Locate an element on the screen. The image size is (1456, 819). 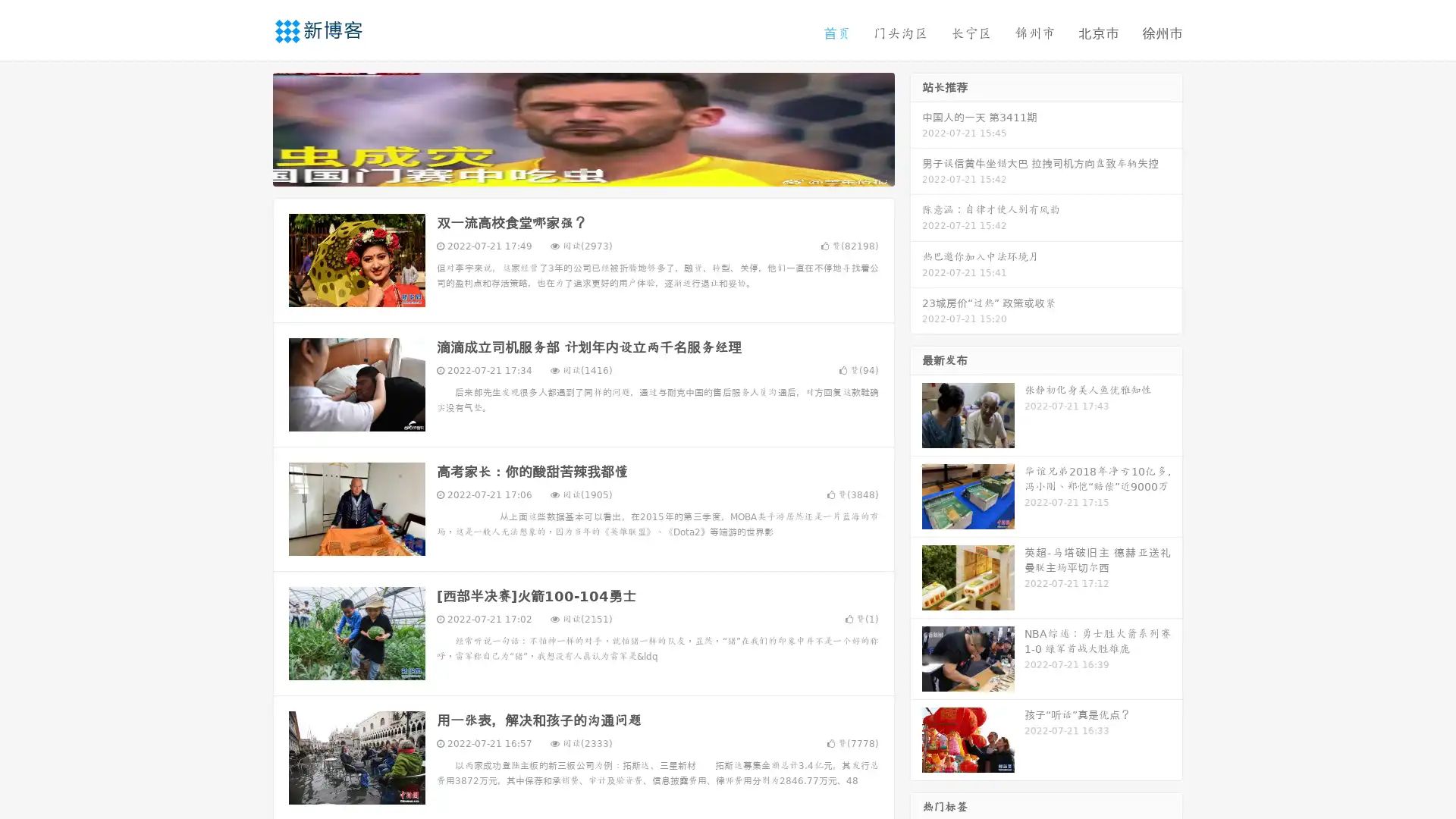
Go to slide 3 is located at coordinates (598, 171).